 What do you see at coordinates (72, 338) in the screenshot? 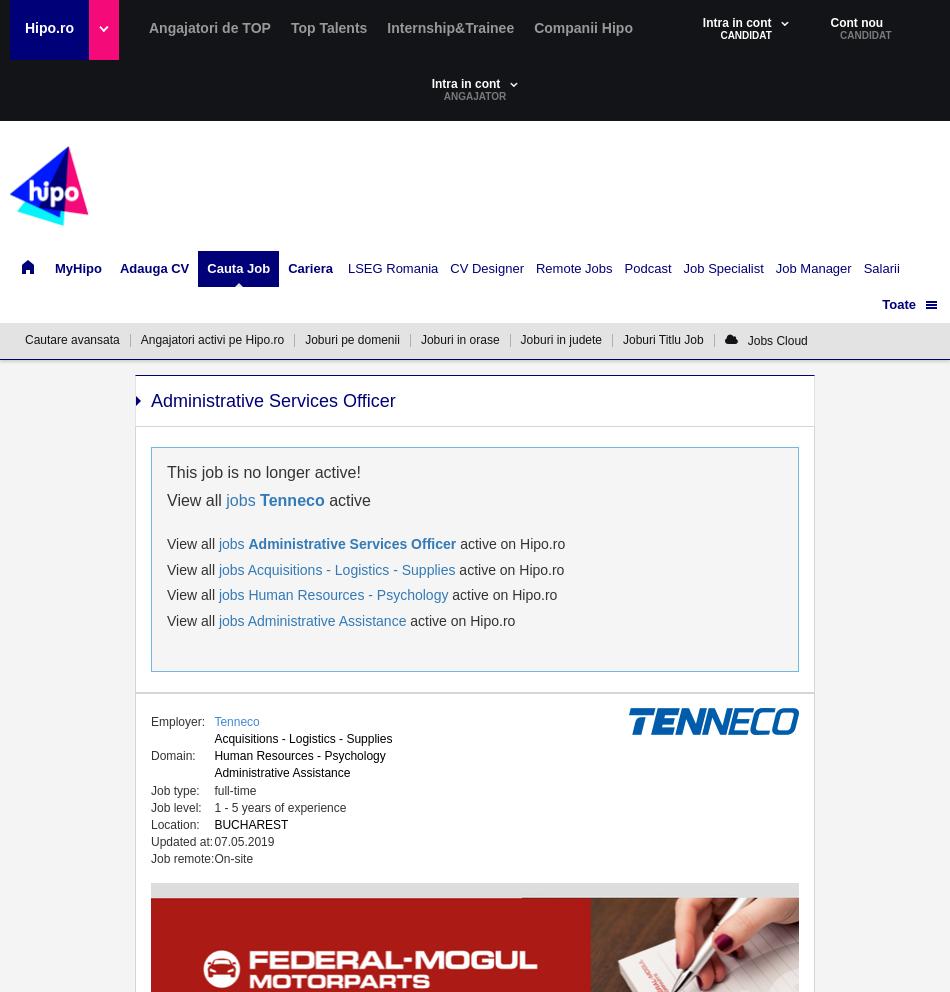
I see `'Cautare avansata'` at bounding box center [72, 338].